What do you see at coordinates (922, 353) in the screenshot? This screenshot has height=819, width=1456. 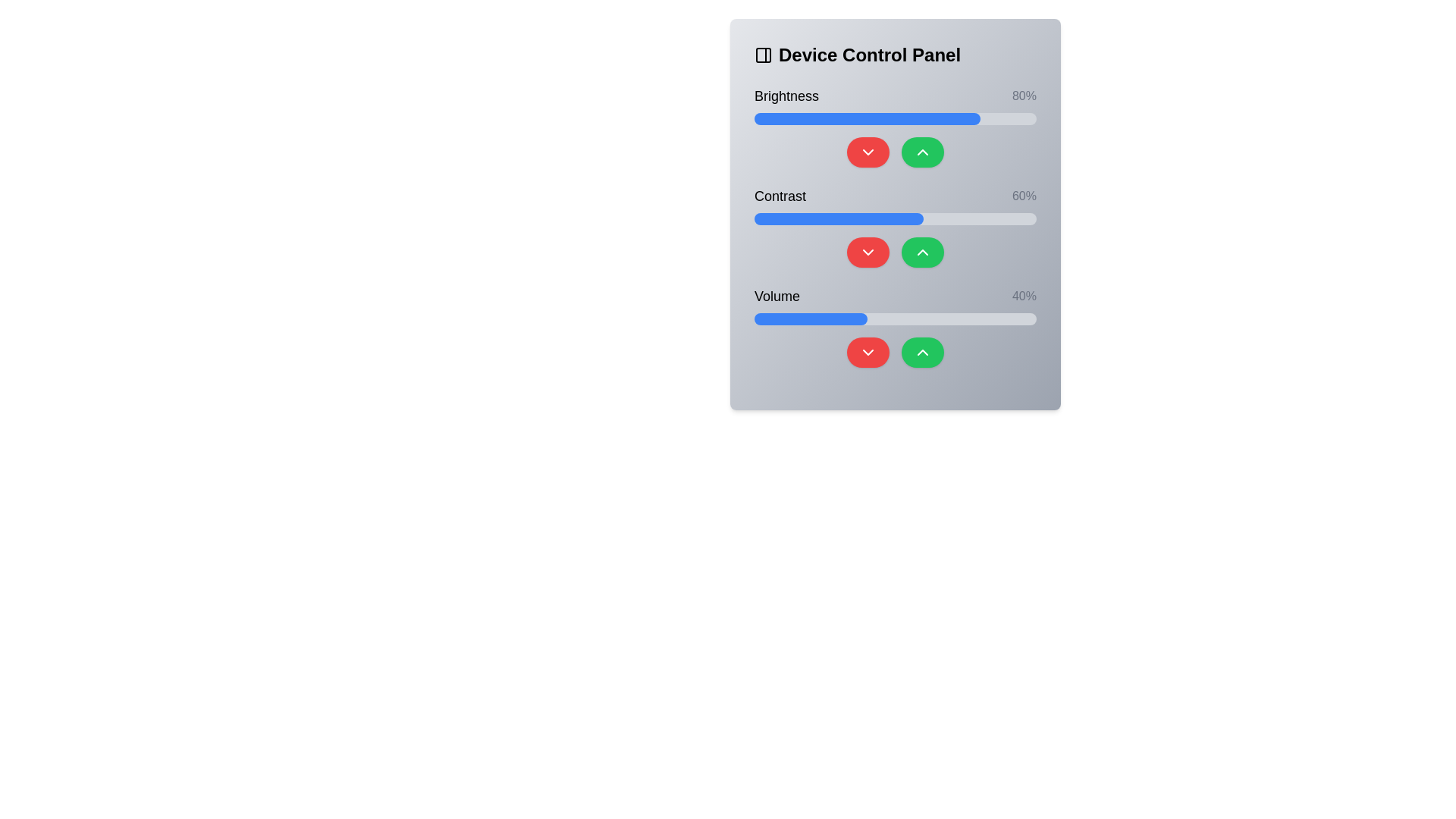 I see `the fourth button in the control panel UI used for increasing the 'Volume' parameter via keyboard navigation` at bounding box center [922, 353].